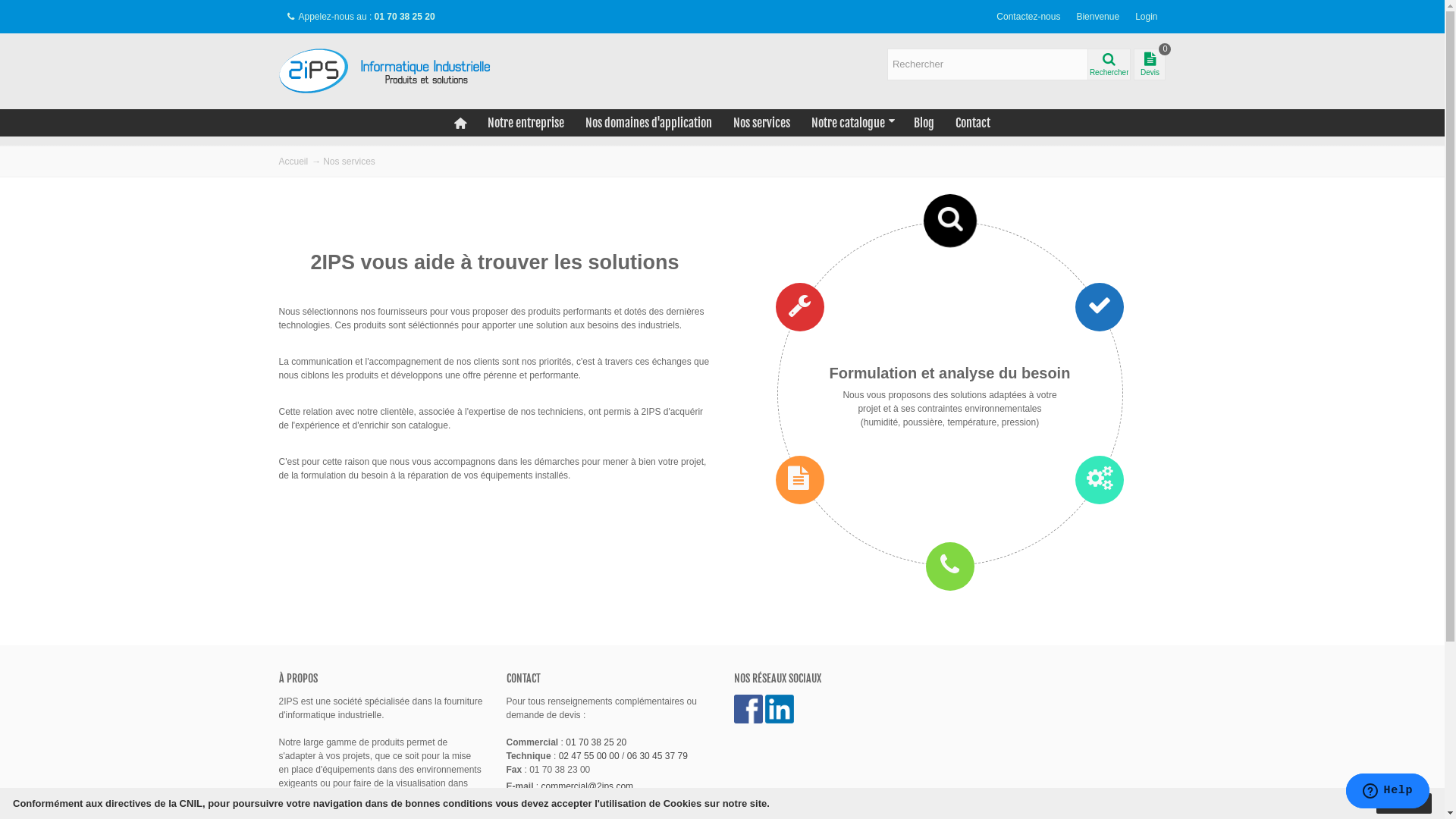 This screenshot has width=1456, height=819. Describe the element at coordinates (648, 122) in the screenshot. I see `'Nos domaines d'application'` at that location.